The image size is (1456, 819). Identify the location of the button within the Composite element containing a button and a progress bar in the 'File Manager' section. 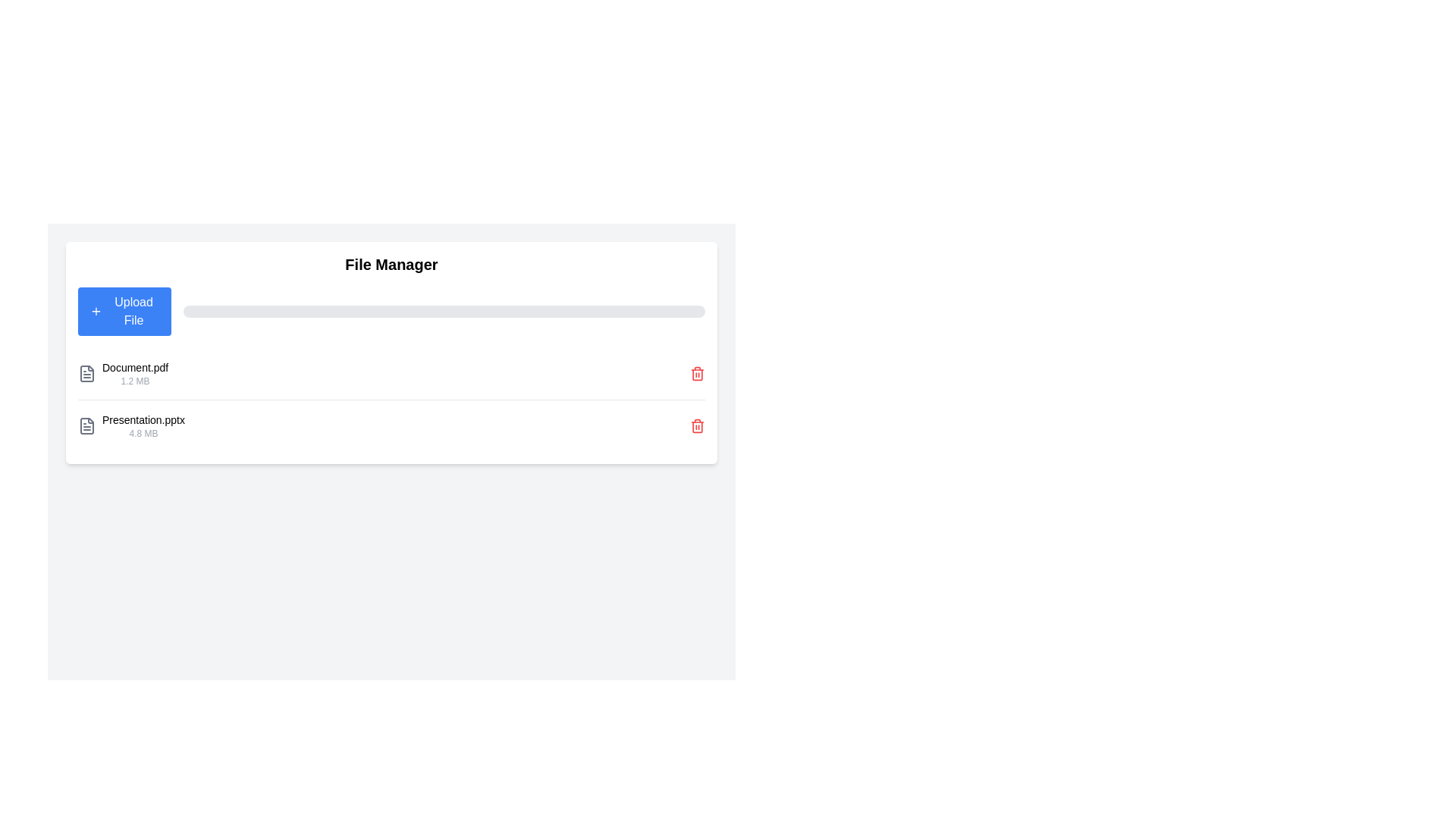
(391, 311).